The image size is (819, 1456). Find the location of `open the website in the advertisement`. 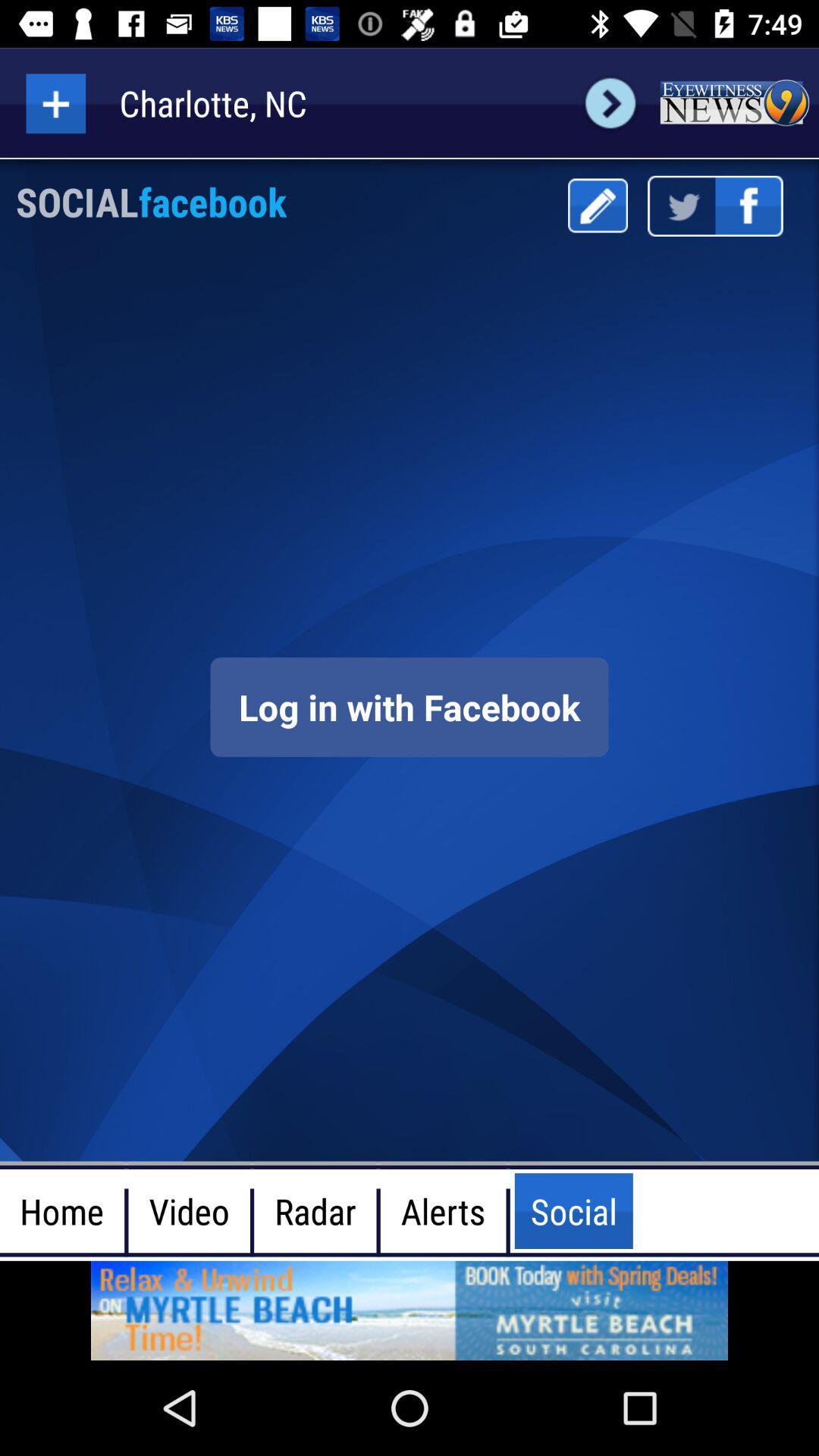

open the website in the advertisement is located at coordinates (409, 1310).